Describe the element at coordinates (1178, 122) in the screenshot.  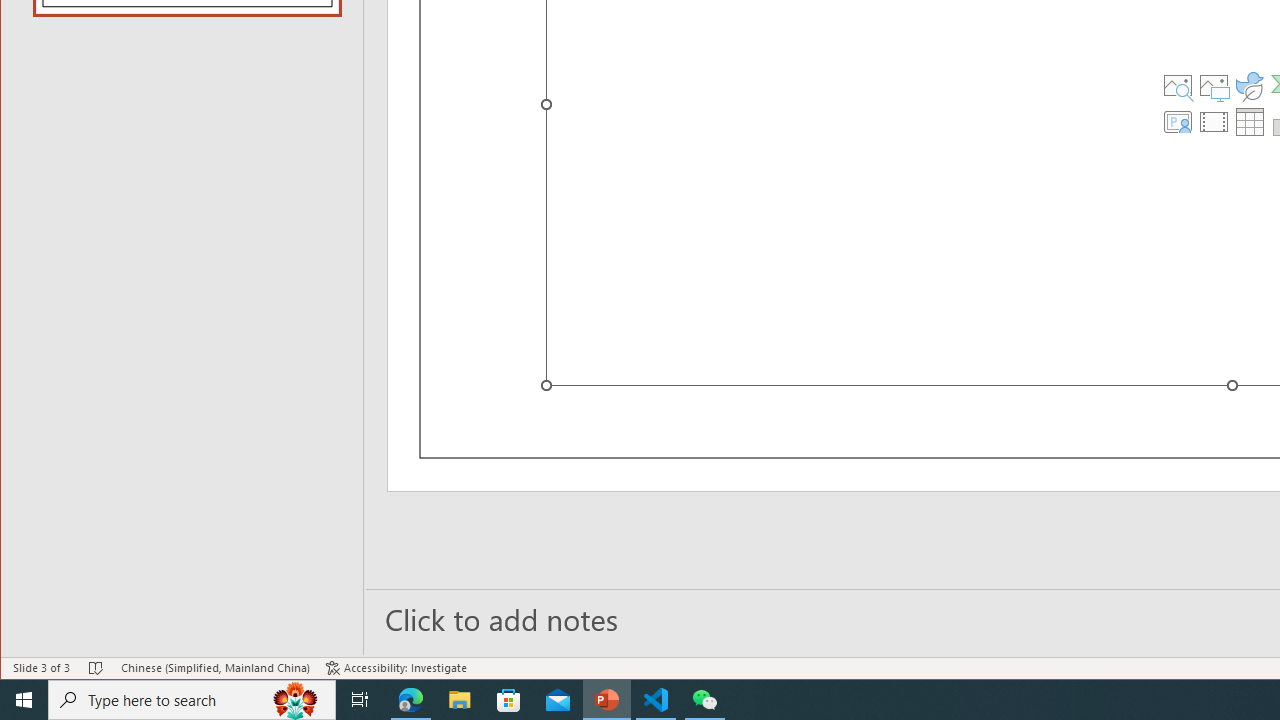
I see `'Insert Cameo'` at that location.